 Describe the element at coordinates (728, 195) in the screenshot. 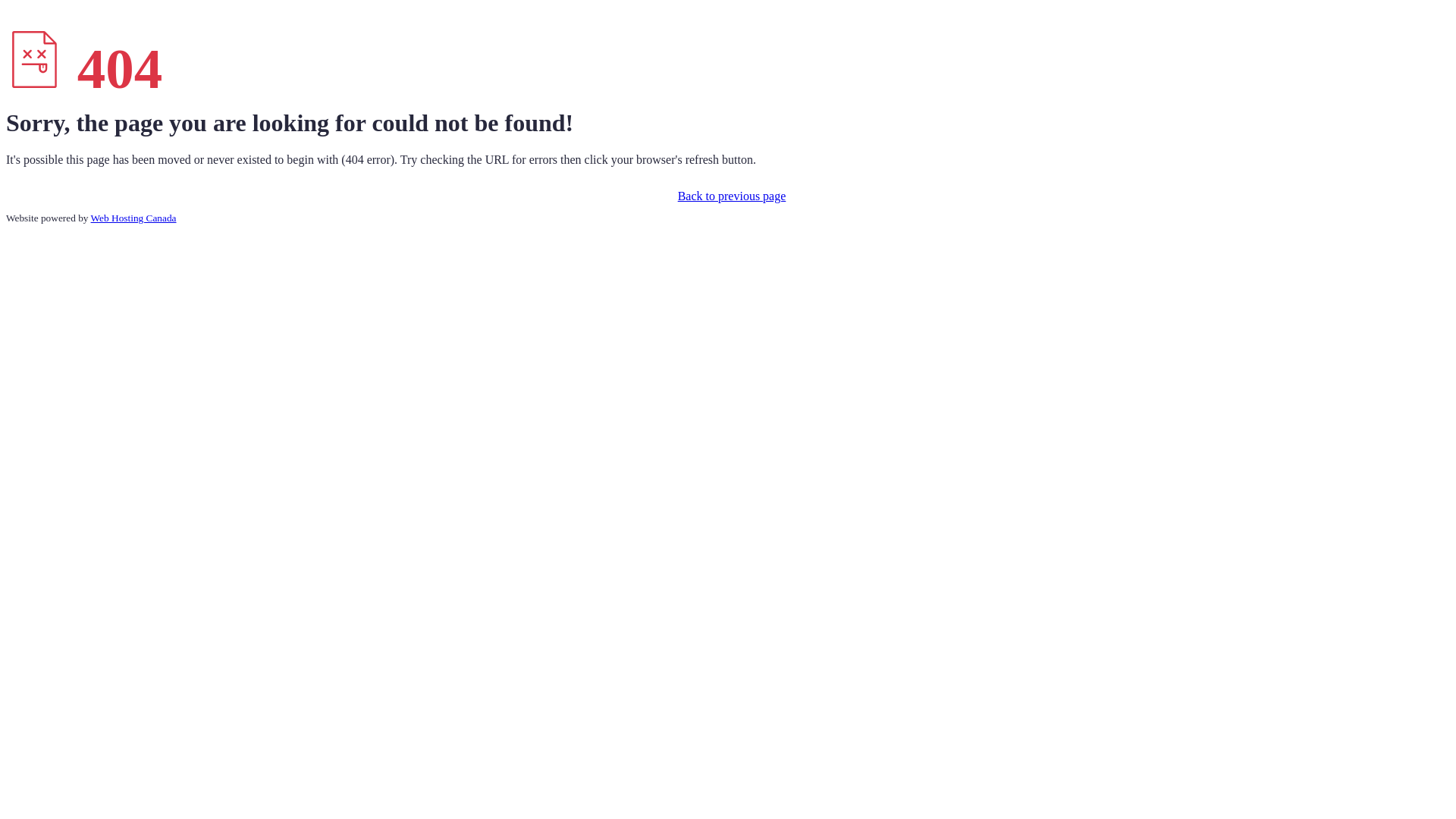

I see `'Back to previous page'` at that location.